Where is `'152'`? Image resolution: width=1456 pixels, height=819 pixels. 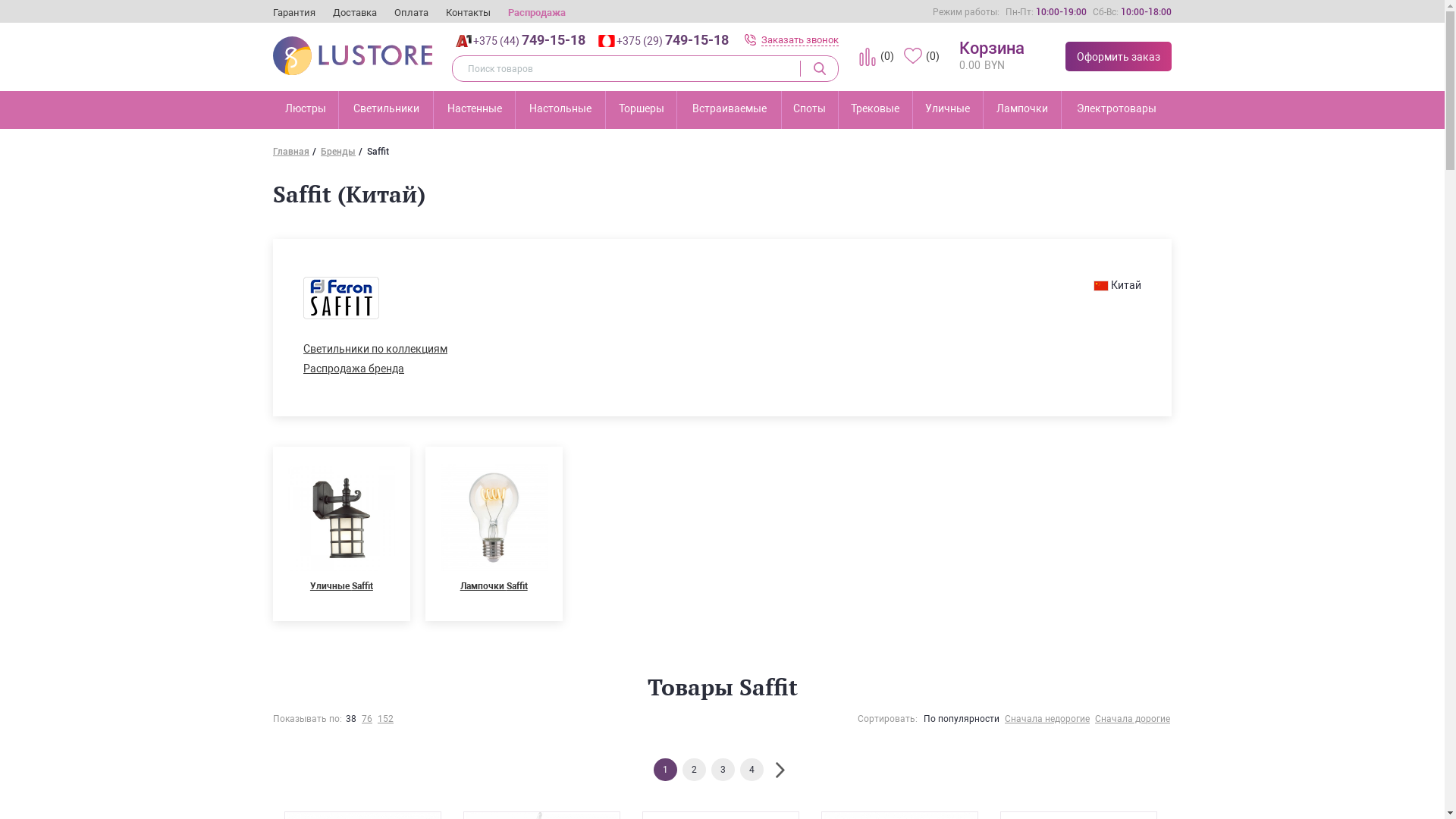
'152' is located at coordinates (385, 718).